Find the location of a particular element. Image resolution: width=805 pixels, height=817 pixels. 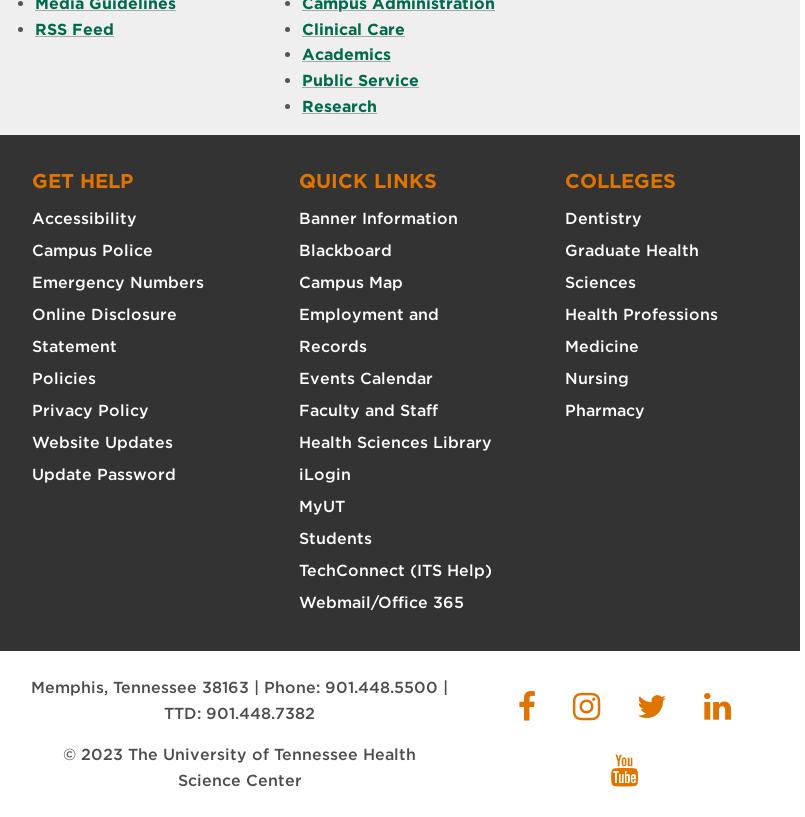

'Quick Links' is located at coordinates (366, 179).